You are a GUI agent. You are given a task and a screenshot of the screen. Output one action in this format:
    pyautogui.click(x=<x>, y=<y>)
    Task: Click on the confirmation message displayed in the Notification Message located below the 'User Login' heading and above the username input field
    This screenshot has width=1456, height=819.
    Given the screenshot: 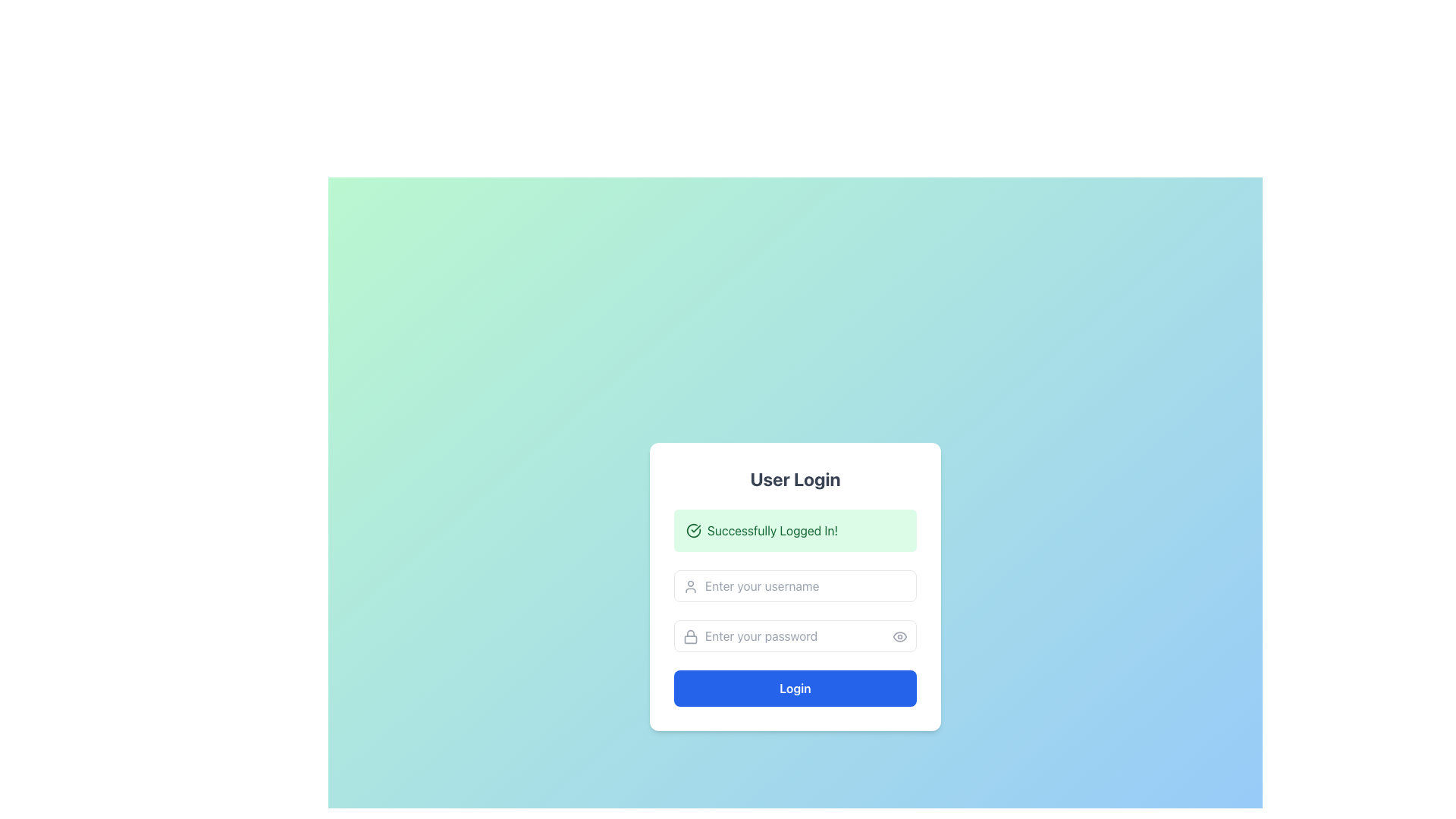 What is the action you would take?
    pyautogui.click(x=795, y=529)
    